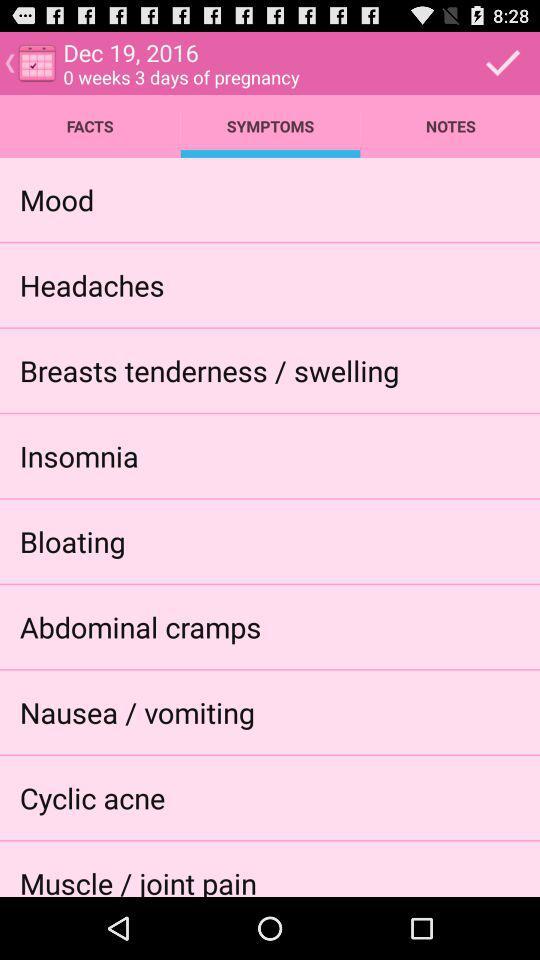 The image size is (540, 960). What do you see at coordinates (71, 541) in the screenshot?
I see `bloating icon` at bounding box center [71, 541].